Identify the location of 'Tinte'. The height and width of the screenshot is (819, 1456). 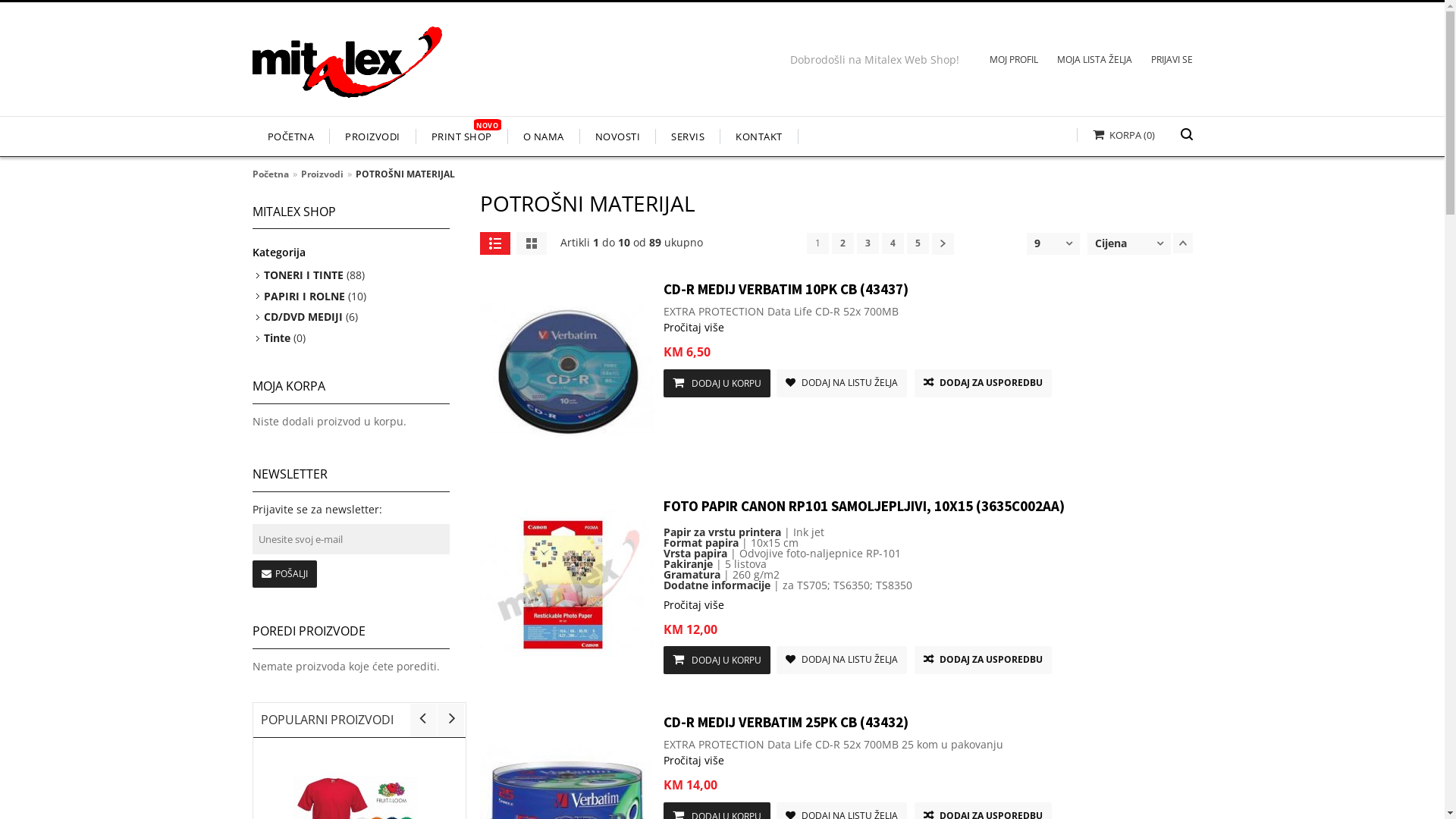
(277, 337).